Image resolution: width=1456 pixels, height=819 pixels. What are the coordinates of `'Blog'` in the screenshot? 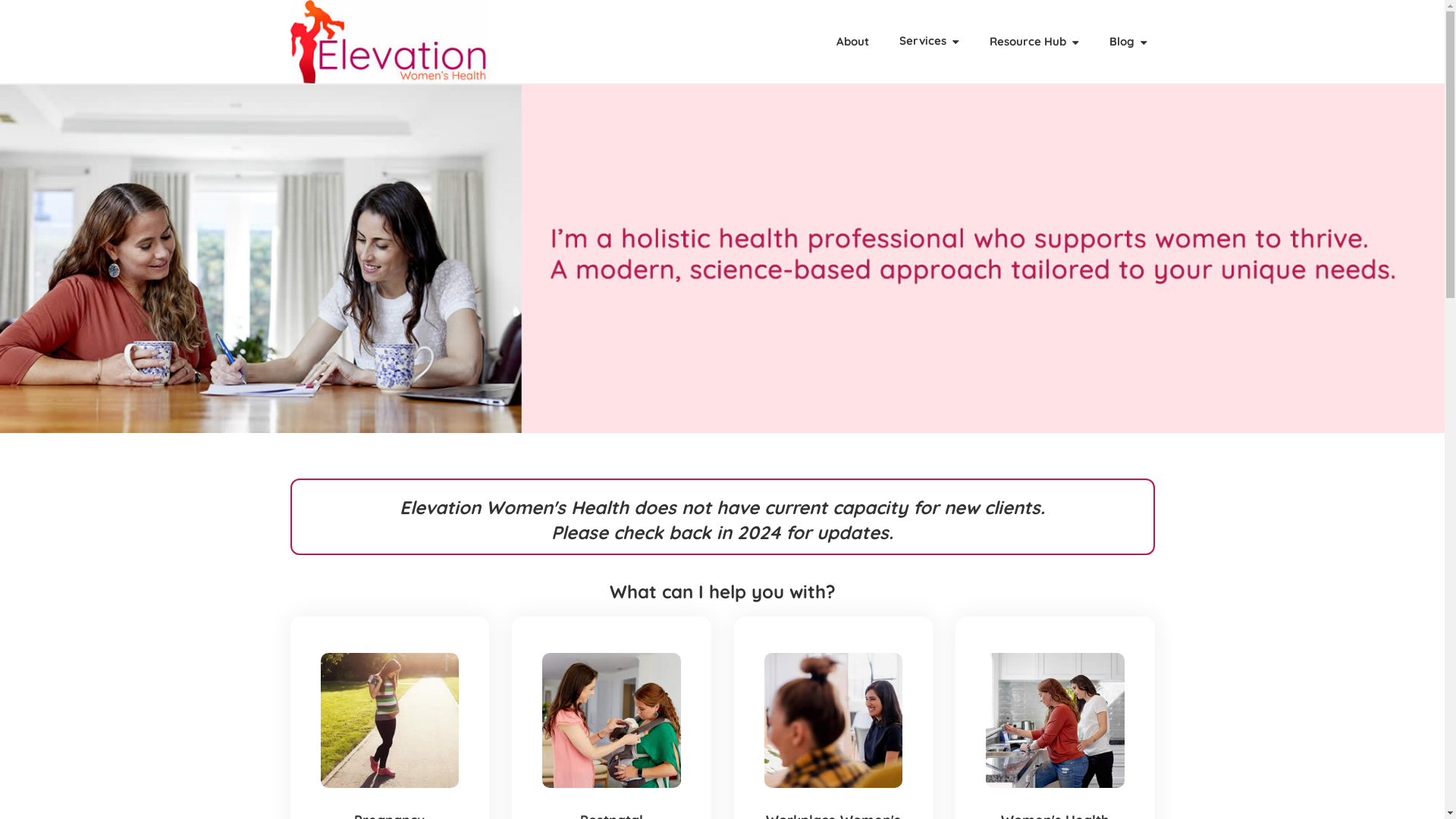 It's located at (1128, 40).